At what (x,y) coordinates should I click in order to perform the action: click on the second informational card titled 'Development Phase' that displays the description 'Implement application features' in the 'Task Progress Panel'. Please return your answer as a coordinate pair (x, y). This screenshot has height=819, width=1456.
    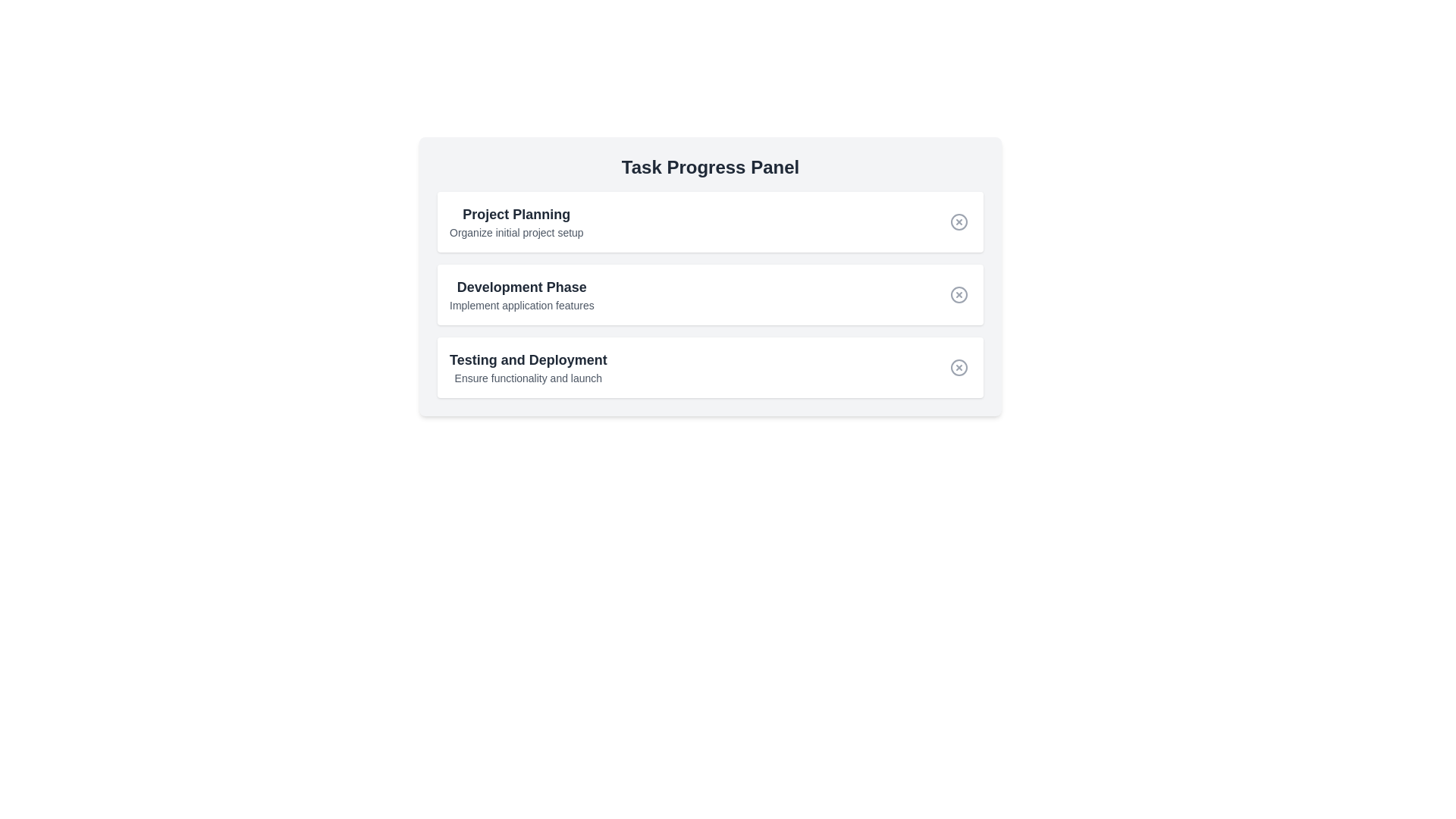
    Looking at the image, I should click on (709, 277).